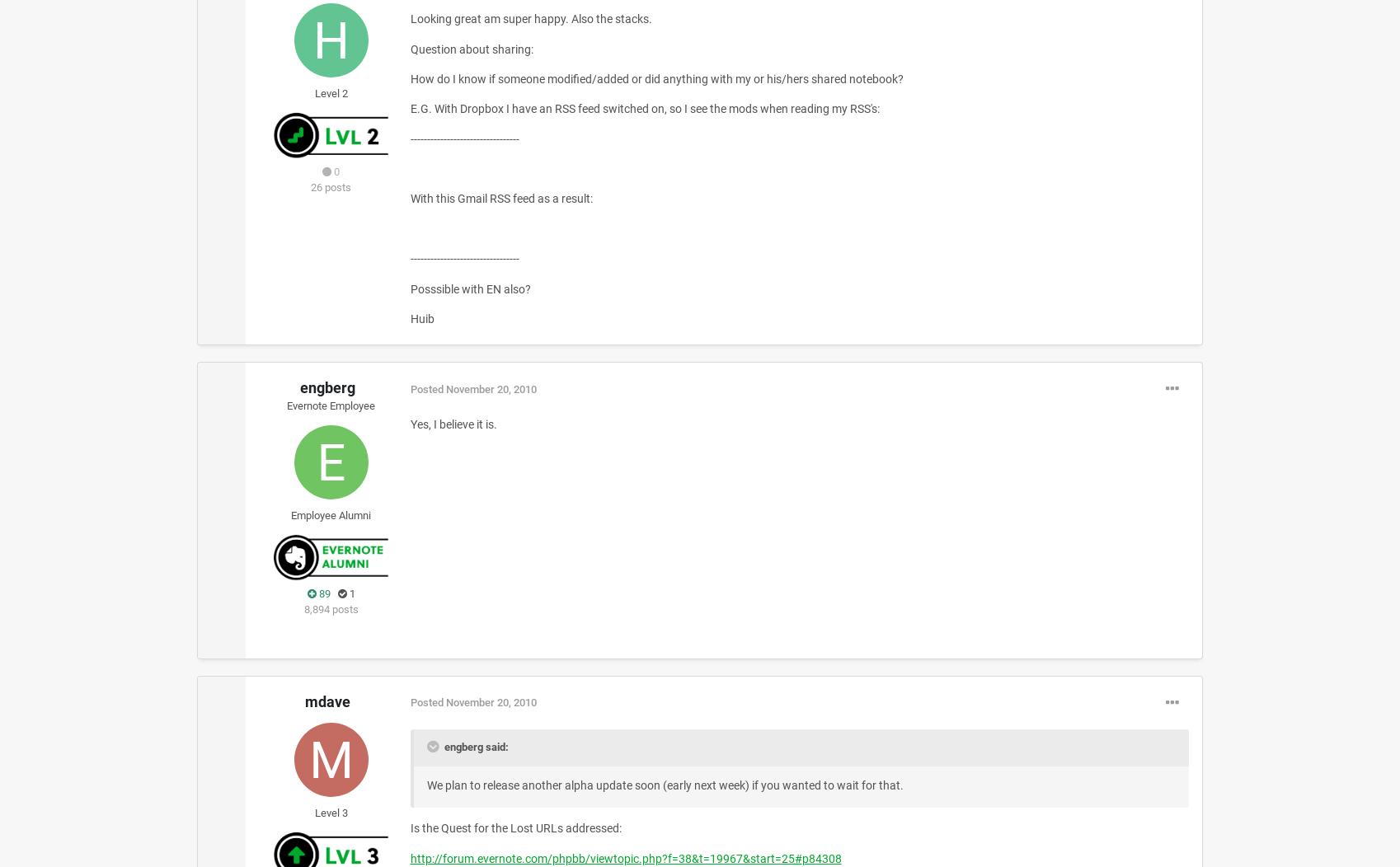 This screenshot has height=867, width=1400. I want to click on 'We plan to release another alpha update soon (early next week) if you wanted to wait for that.', so click(426, 783).